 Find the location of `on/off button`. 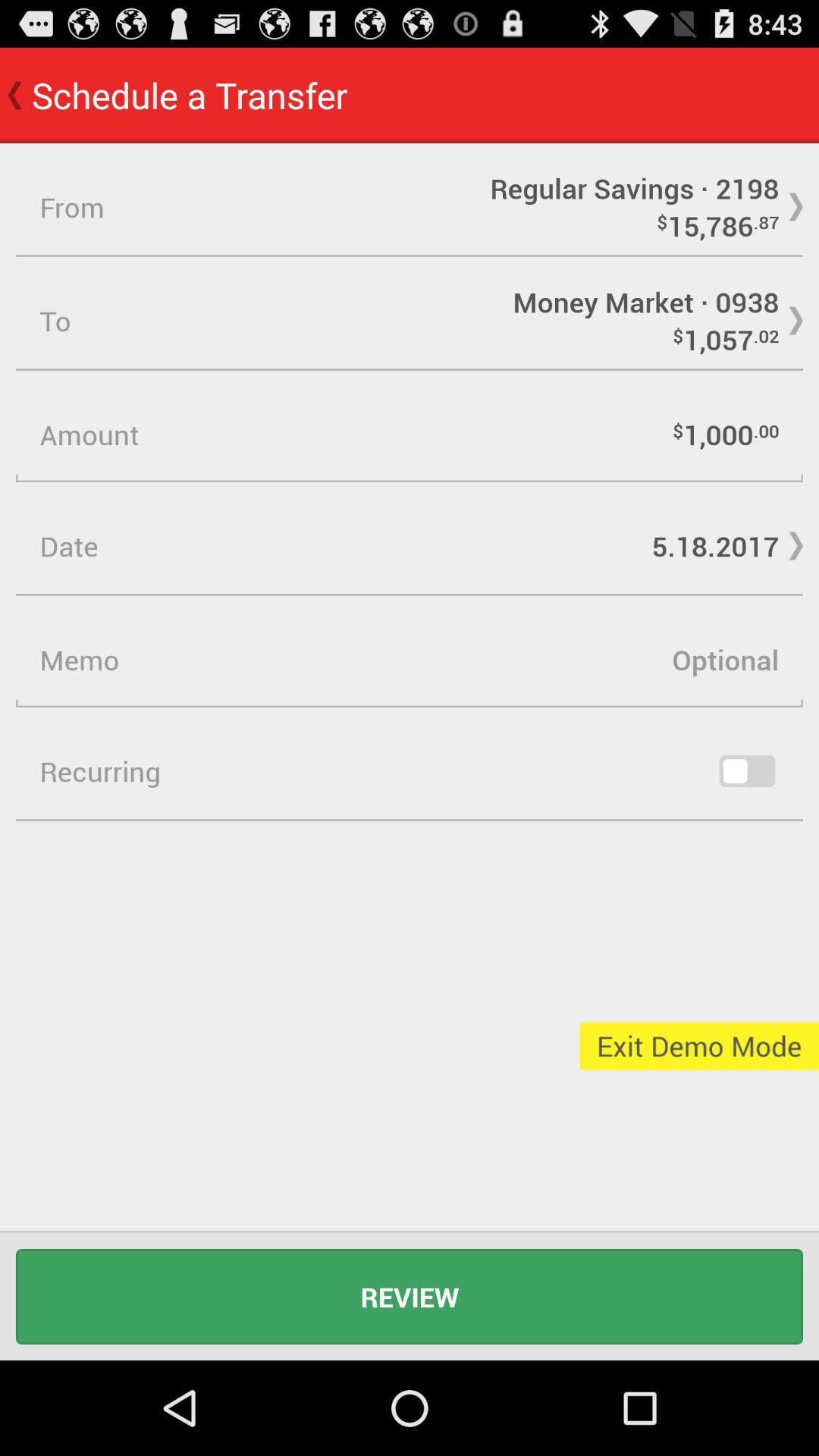

on/off button is located at coordinates (746, 771).